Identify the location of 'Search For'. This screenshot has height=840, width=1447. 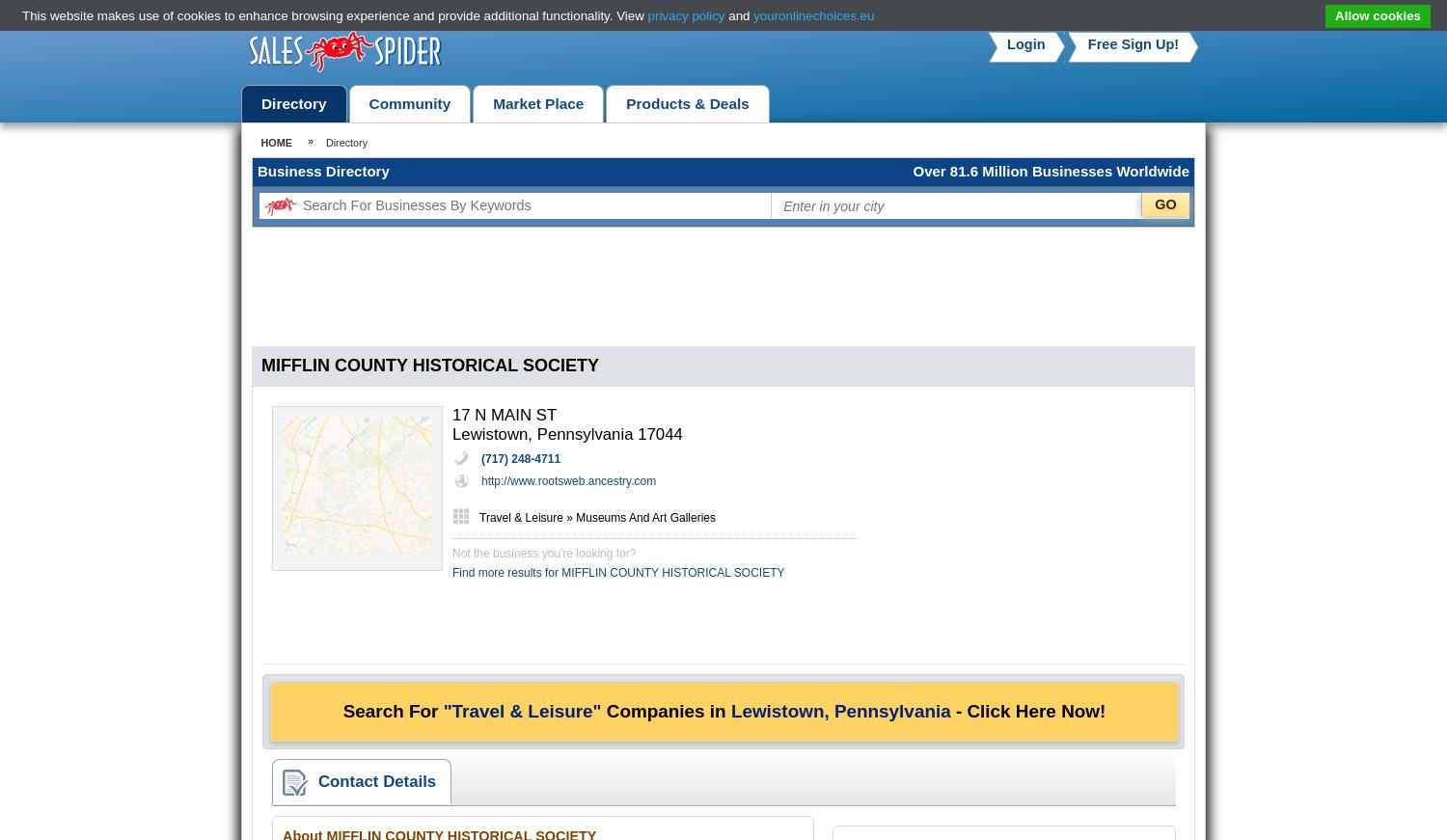
(392, 711).